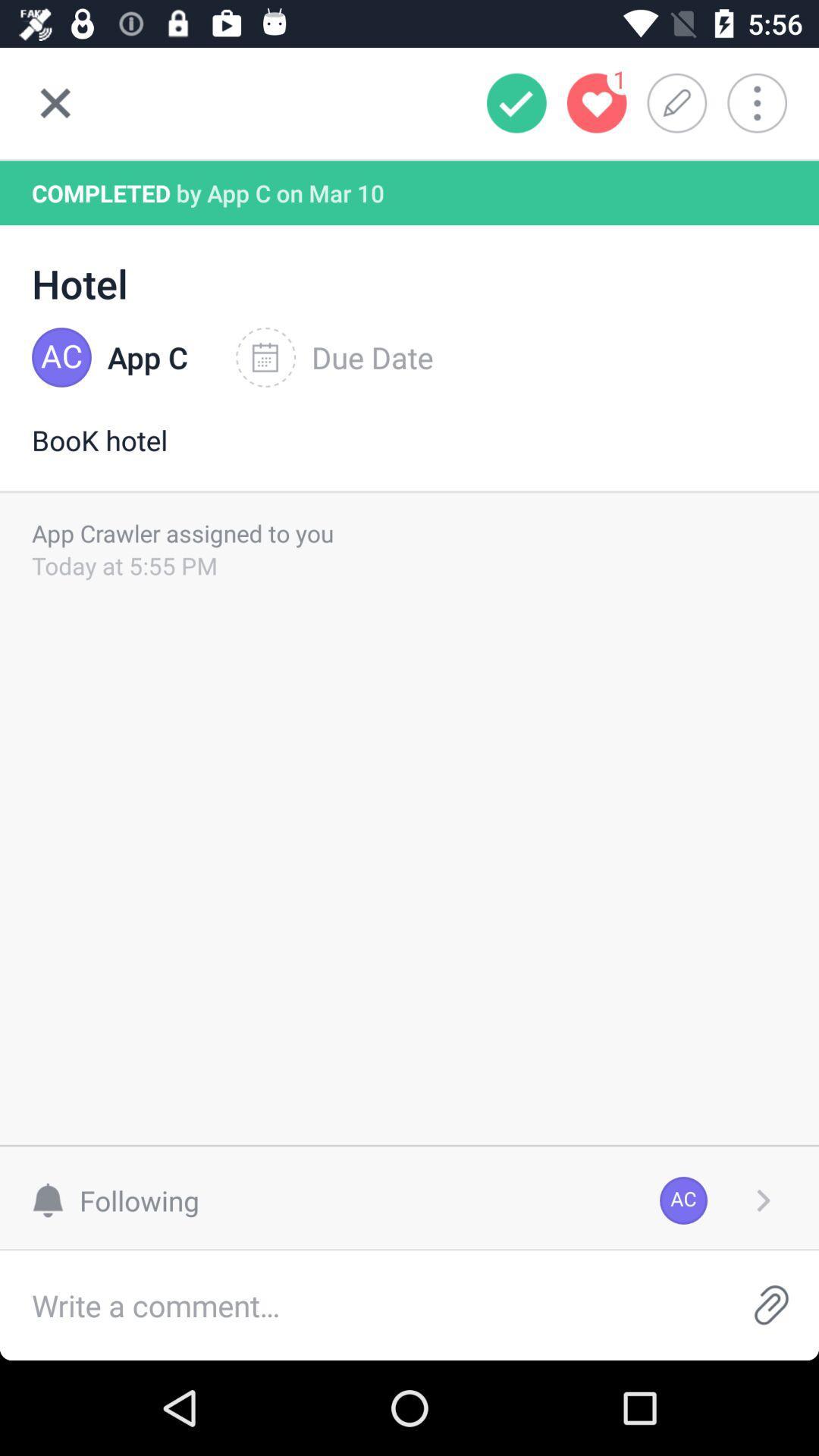  What do you see at coordinates (763, 1200) in the screenshot?
I see `details` at bounding box center [763, 1200].